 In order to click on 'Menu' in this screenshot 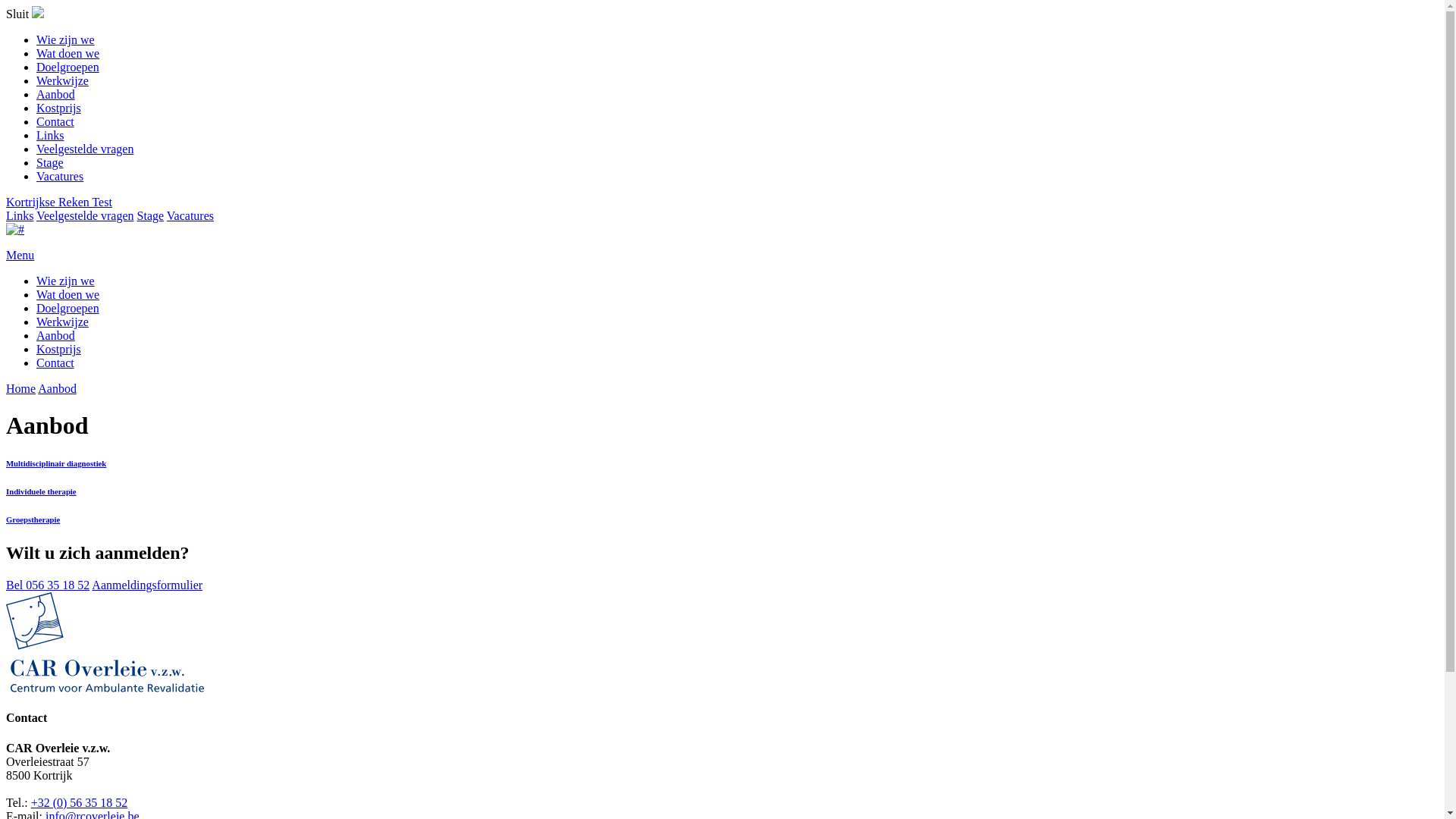, I will do `click(6, 268)`.